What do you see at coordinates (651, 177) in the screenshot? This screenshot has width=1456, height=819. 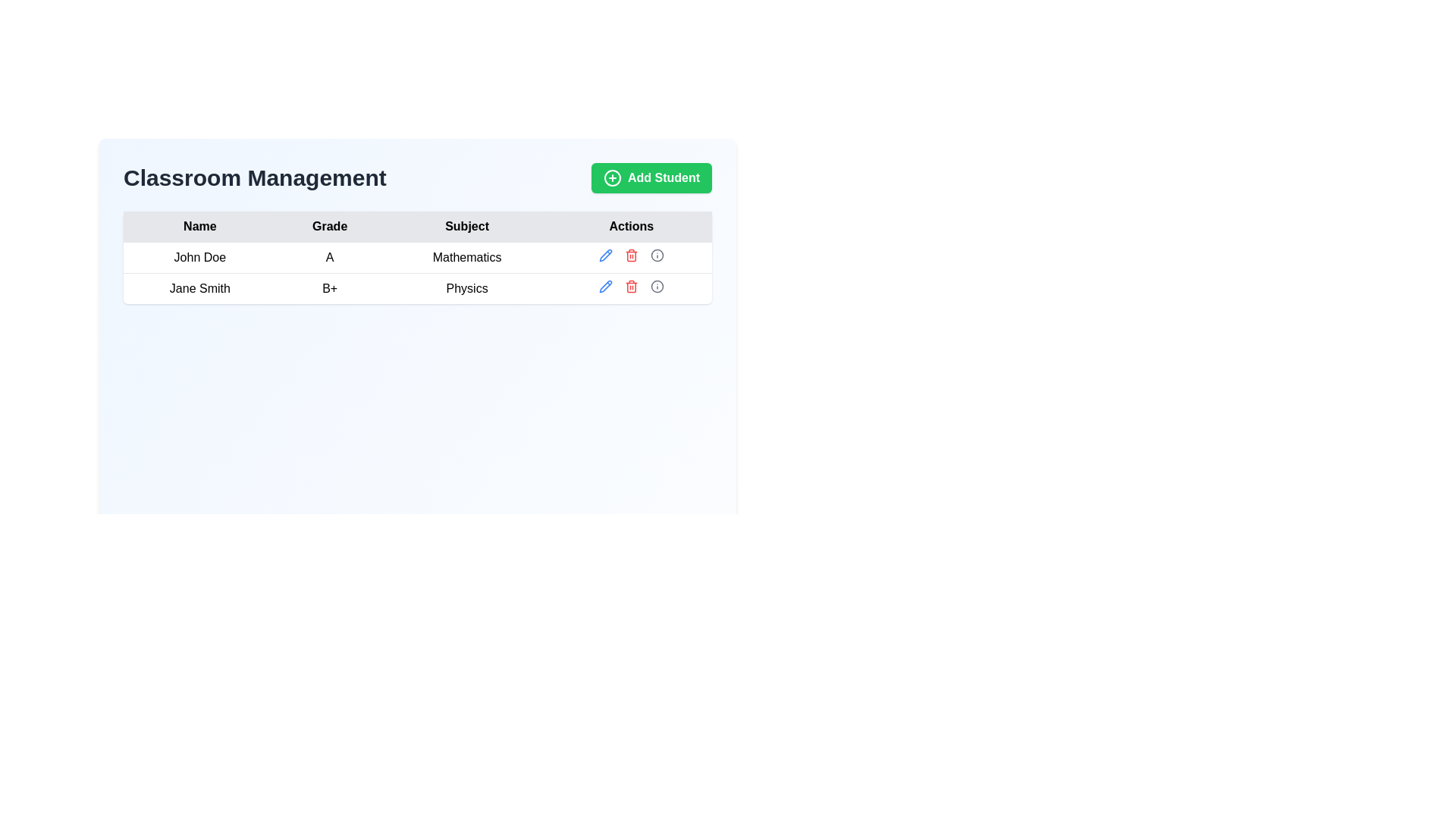 I see `the 'Add Student' button, which is a bright green rectangular button with rounded corners and white text. The button is located on the right side of the header section, aligned with the 'Classroom Management' text` at bounding box center [651, 177].